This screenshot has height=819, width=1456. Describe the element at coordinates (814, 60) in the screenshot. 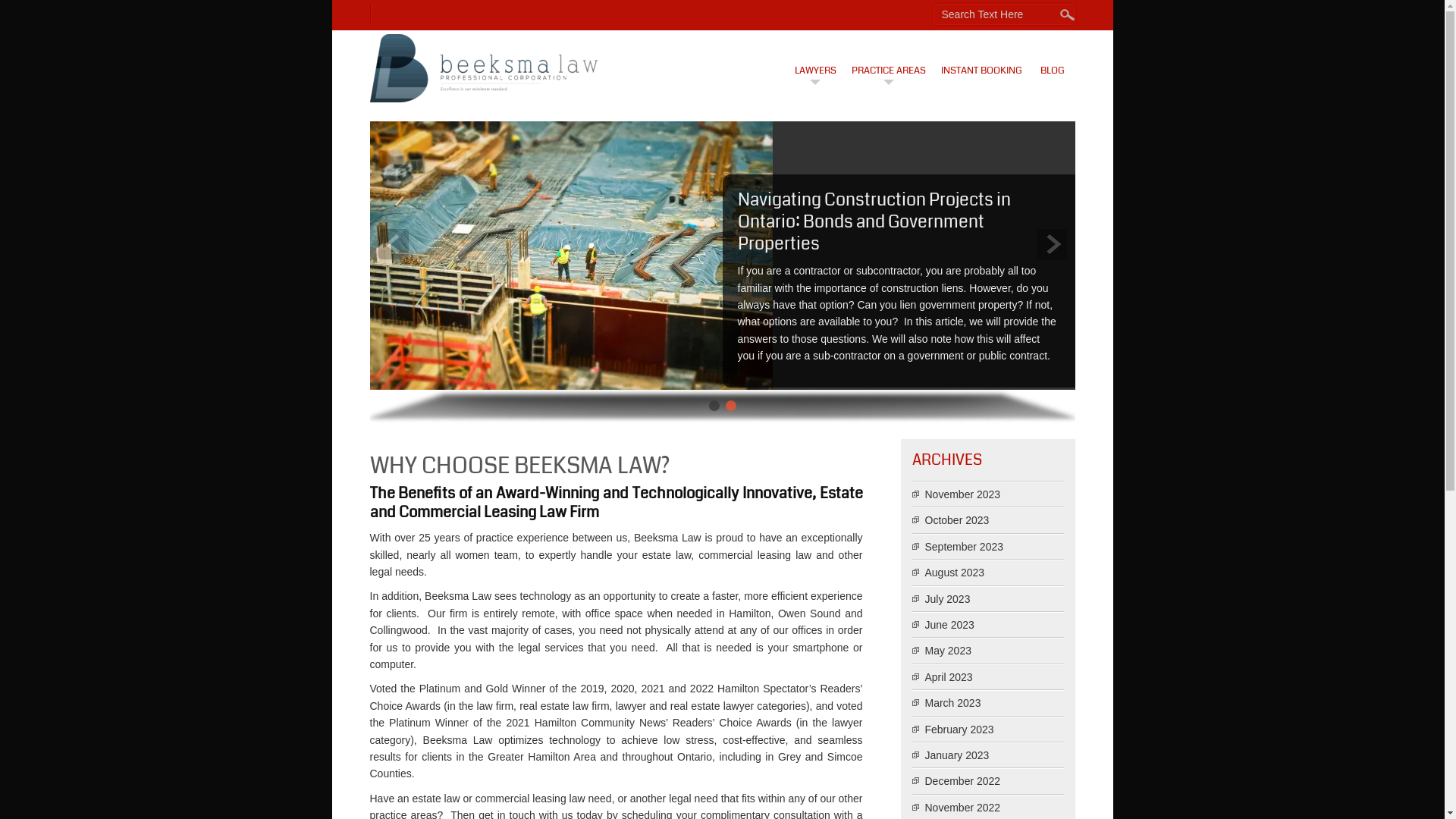

I see `'LAWYERS'` at that location.